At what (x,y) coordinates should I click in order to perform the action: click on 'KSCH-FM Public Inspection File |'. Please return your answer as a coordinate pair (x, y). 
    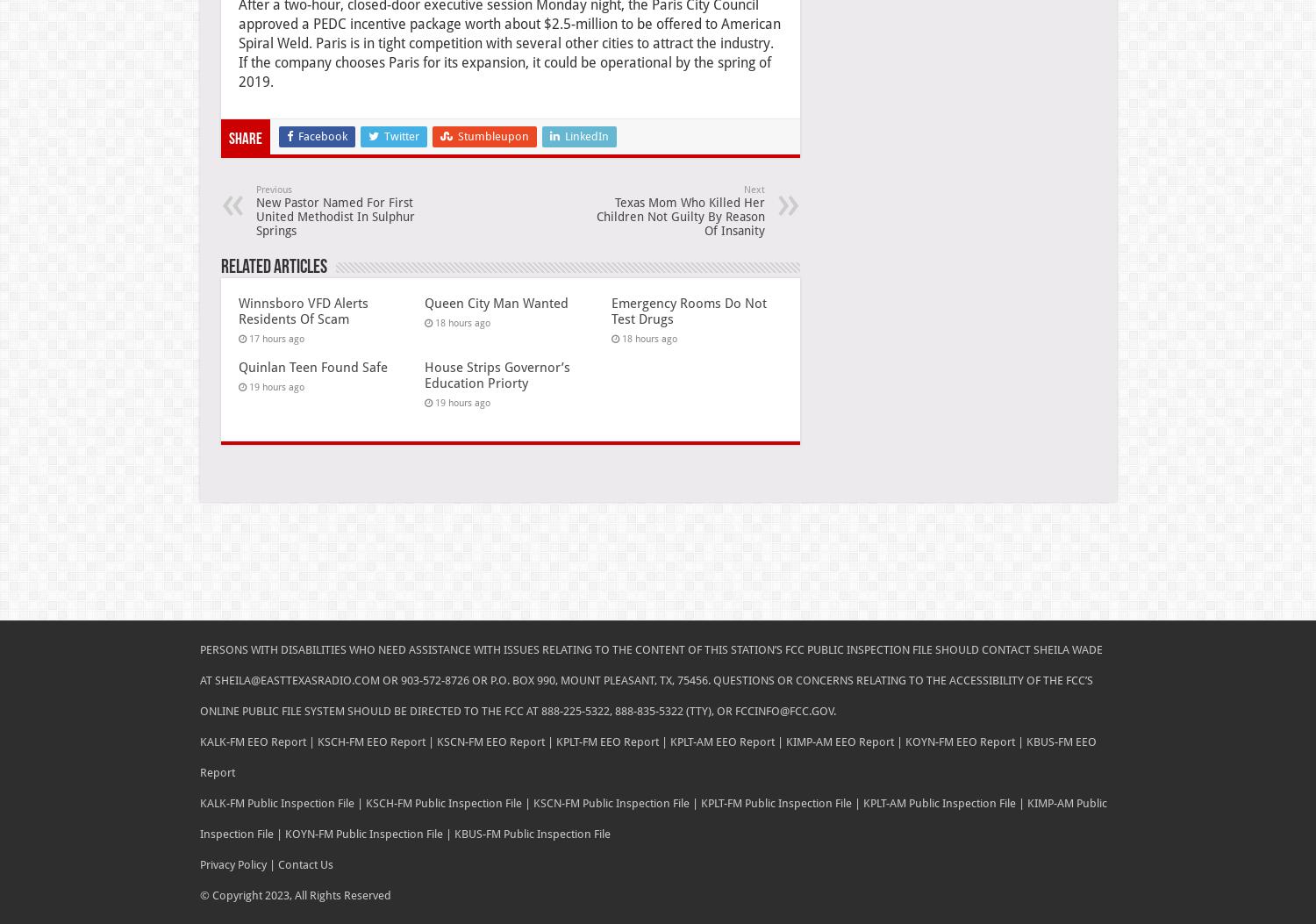
    Looking at the image, I should click on (447, 801).